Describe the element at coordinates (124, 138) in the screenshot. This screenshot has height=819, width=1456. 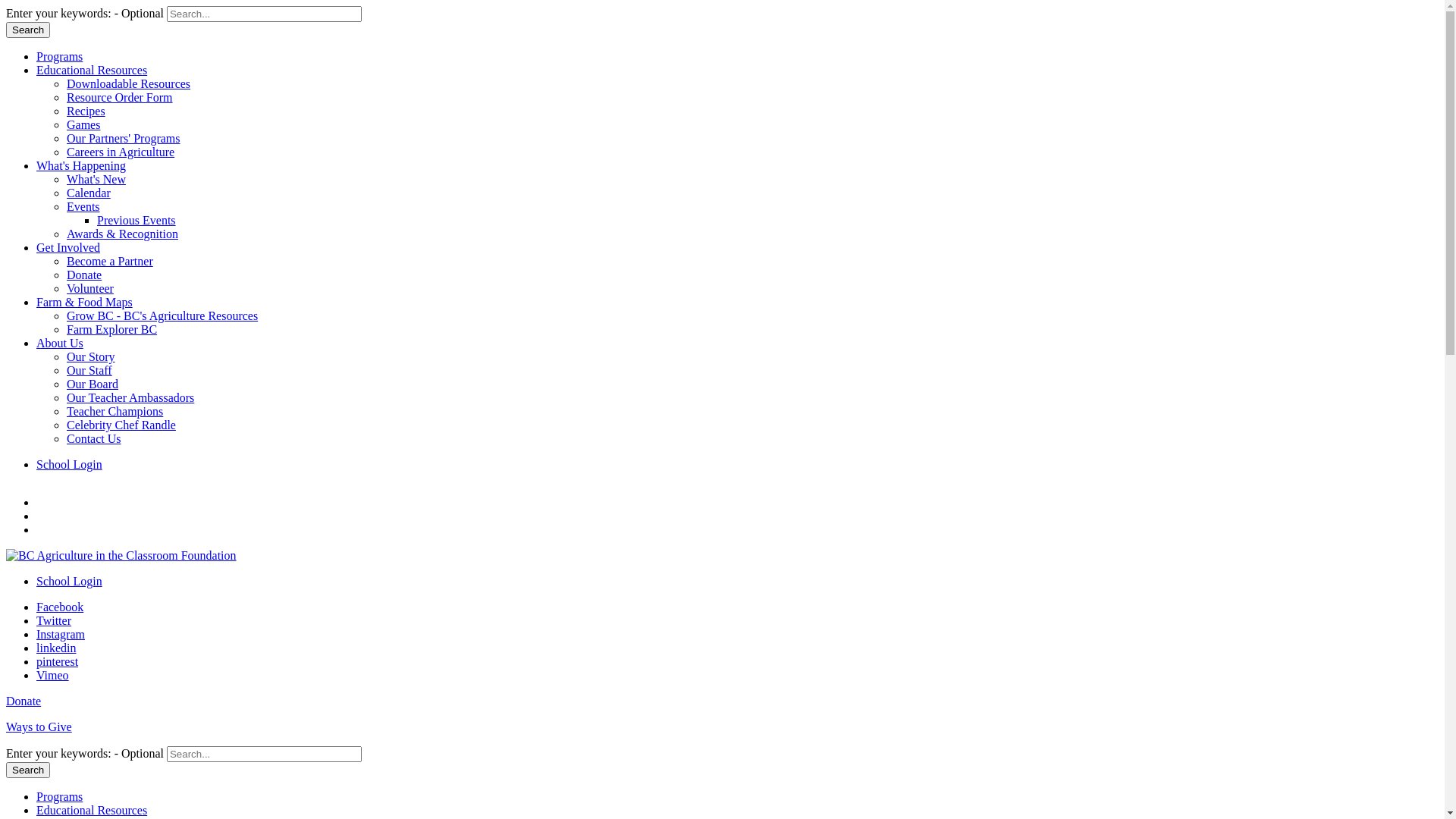
I see `'Our Partners' Programs'` at that location.